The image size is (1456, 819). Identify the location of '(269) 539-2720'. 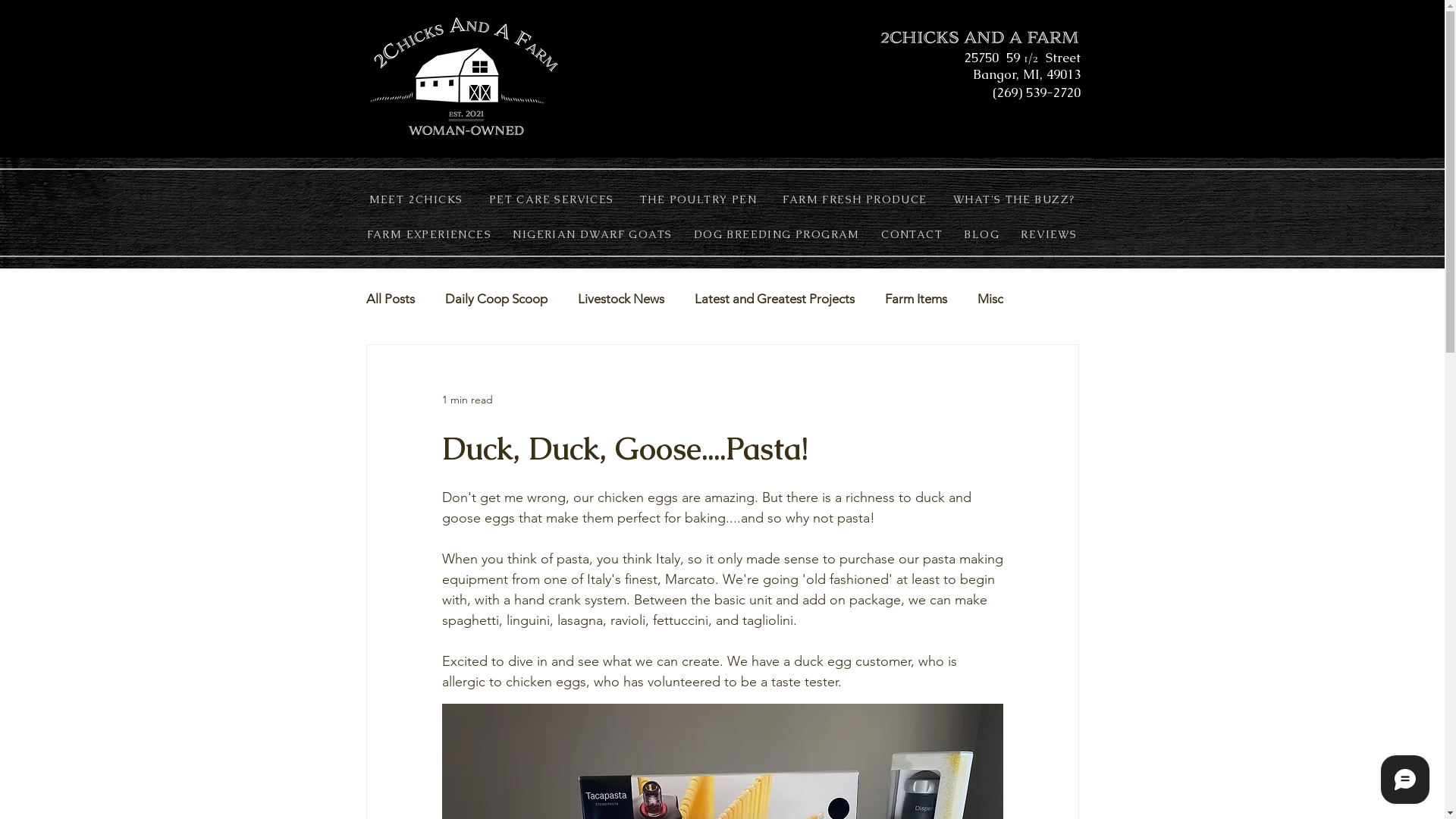
(1035, 93).